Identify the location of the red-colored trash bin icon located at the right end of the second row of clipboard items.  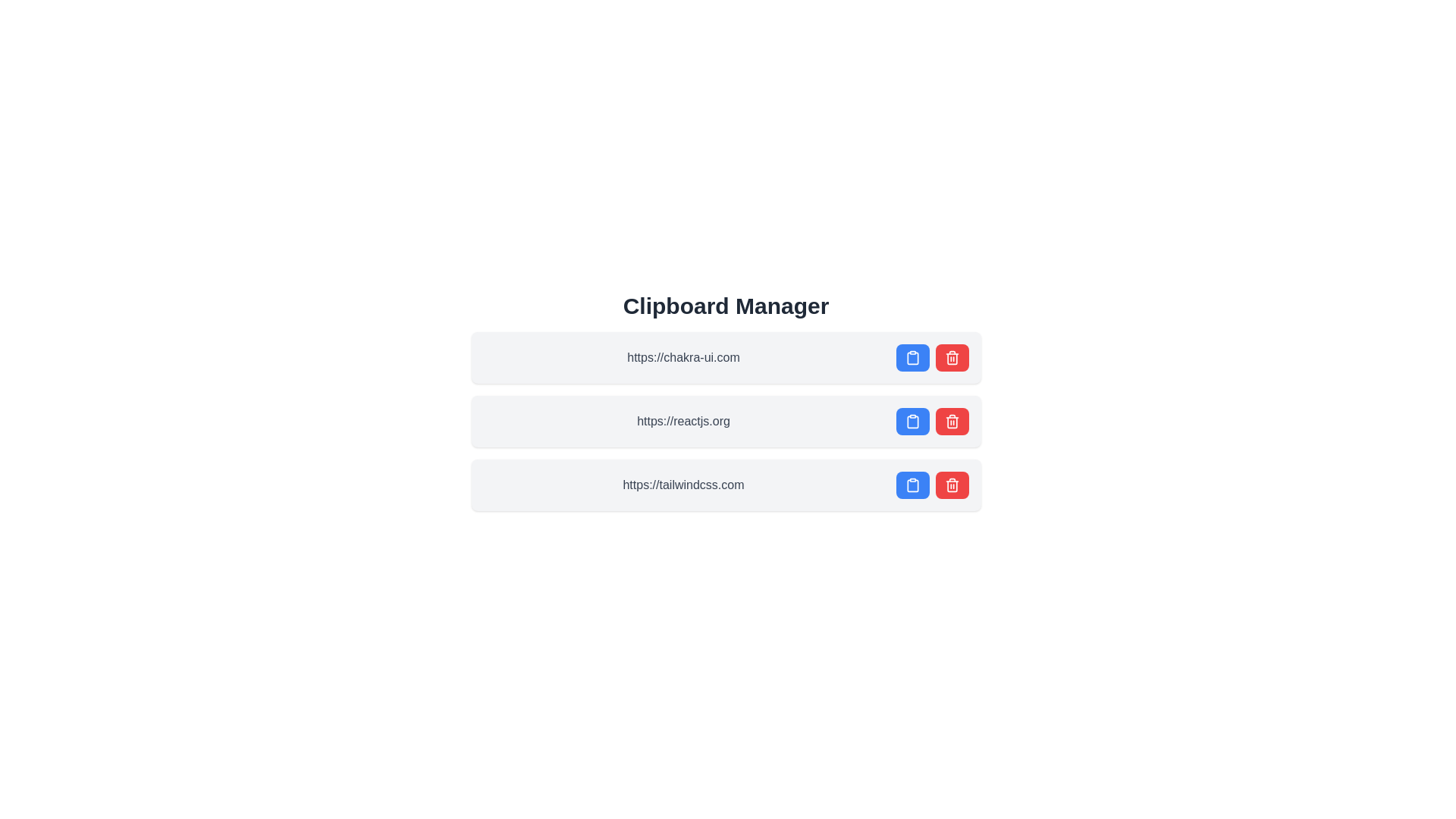
(951, 421).